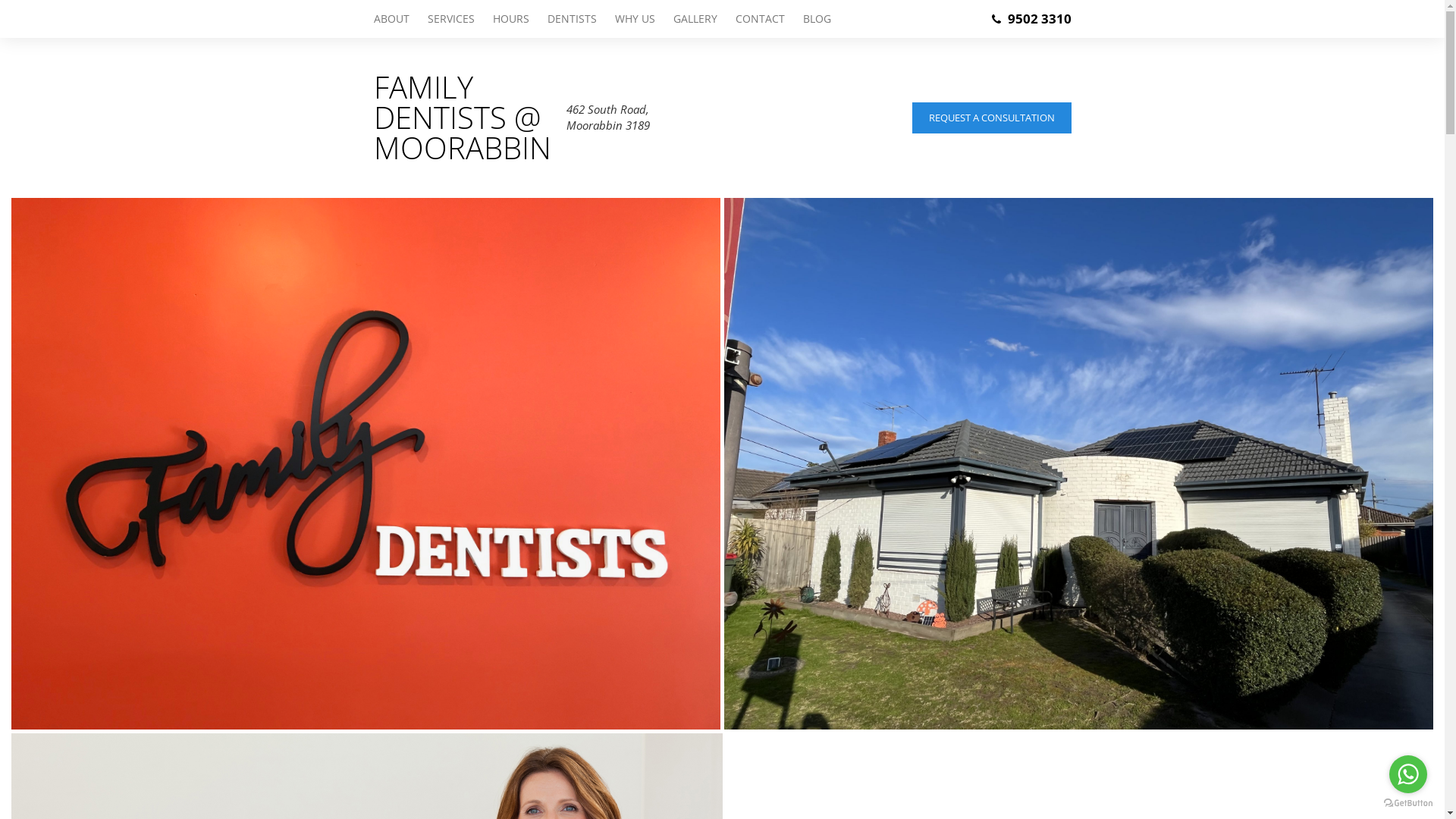  I want to click on 'ABOUT', so click(372, 18).